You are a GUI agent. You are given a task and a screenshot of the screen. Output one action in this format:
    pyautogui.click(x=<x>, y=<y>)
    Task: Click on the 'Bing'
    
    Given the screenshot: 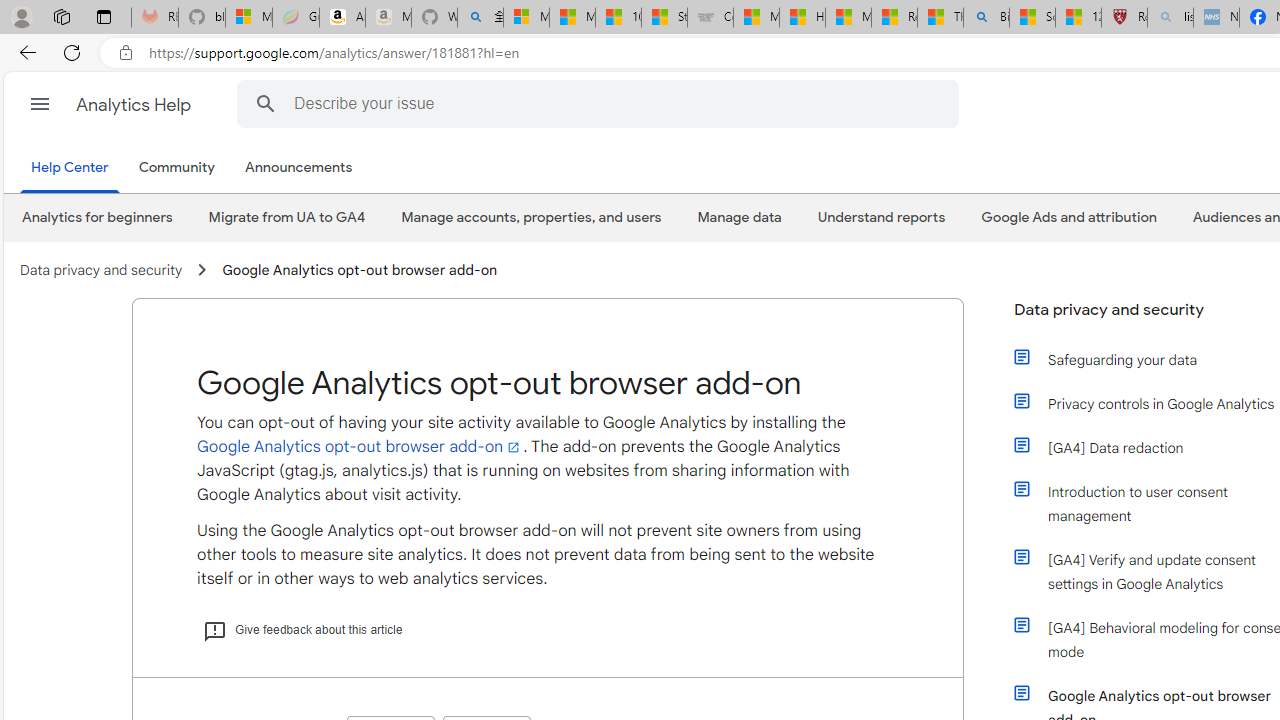 What is the action you would take?
    pyautogui.click(x=986, y=17)
    